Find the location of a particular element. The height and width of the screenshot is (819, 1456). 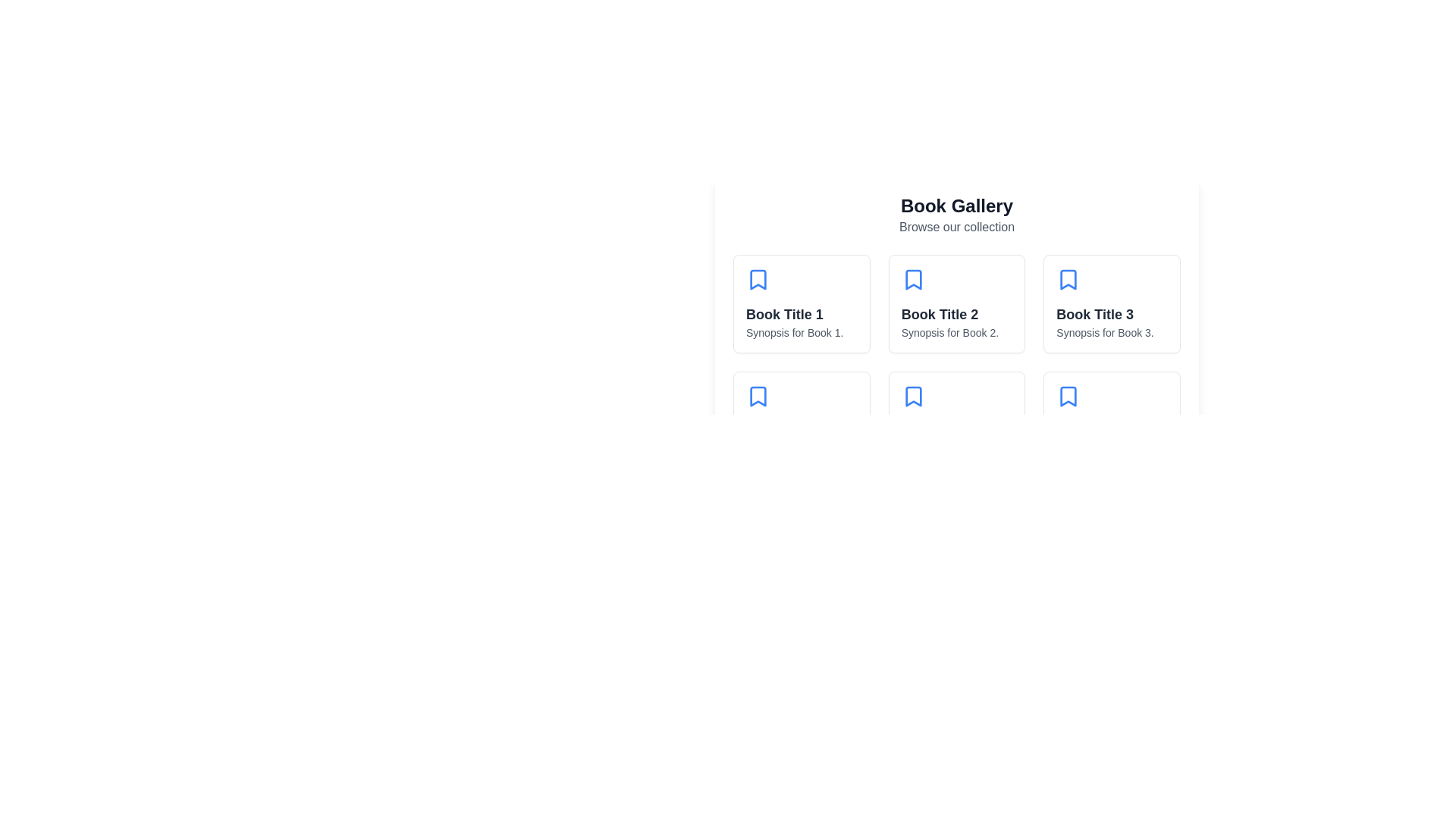

the Card component for an item is located at coordinates (1112, 421).